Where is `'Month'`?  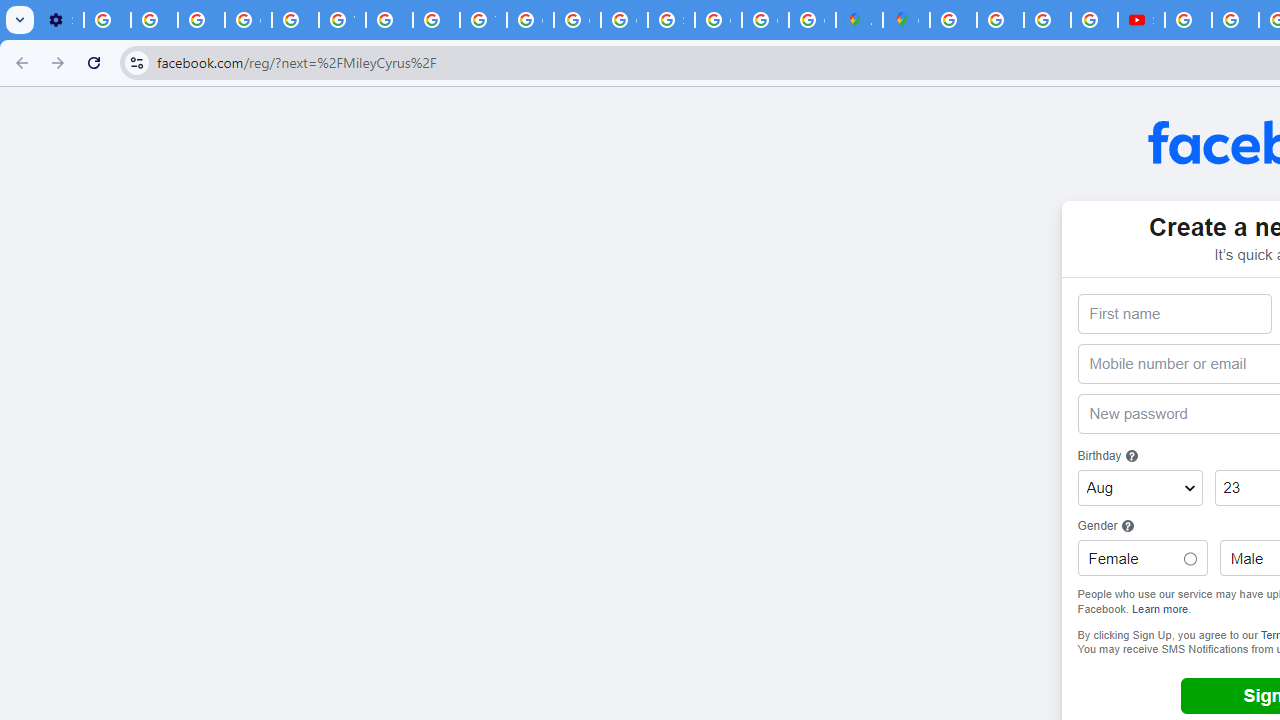 'Month' is located at coordinates (1139, 488).